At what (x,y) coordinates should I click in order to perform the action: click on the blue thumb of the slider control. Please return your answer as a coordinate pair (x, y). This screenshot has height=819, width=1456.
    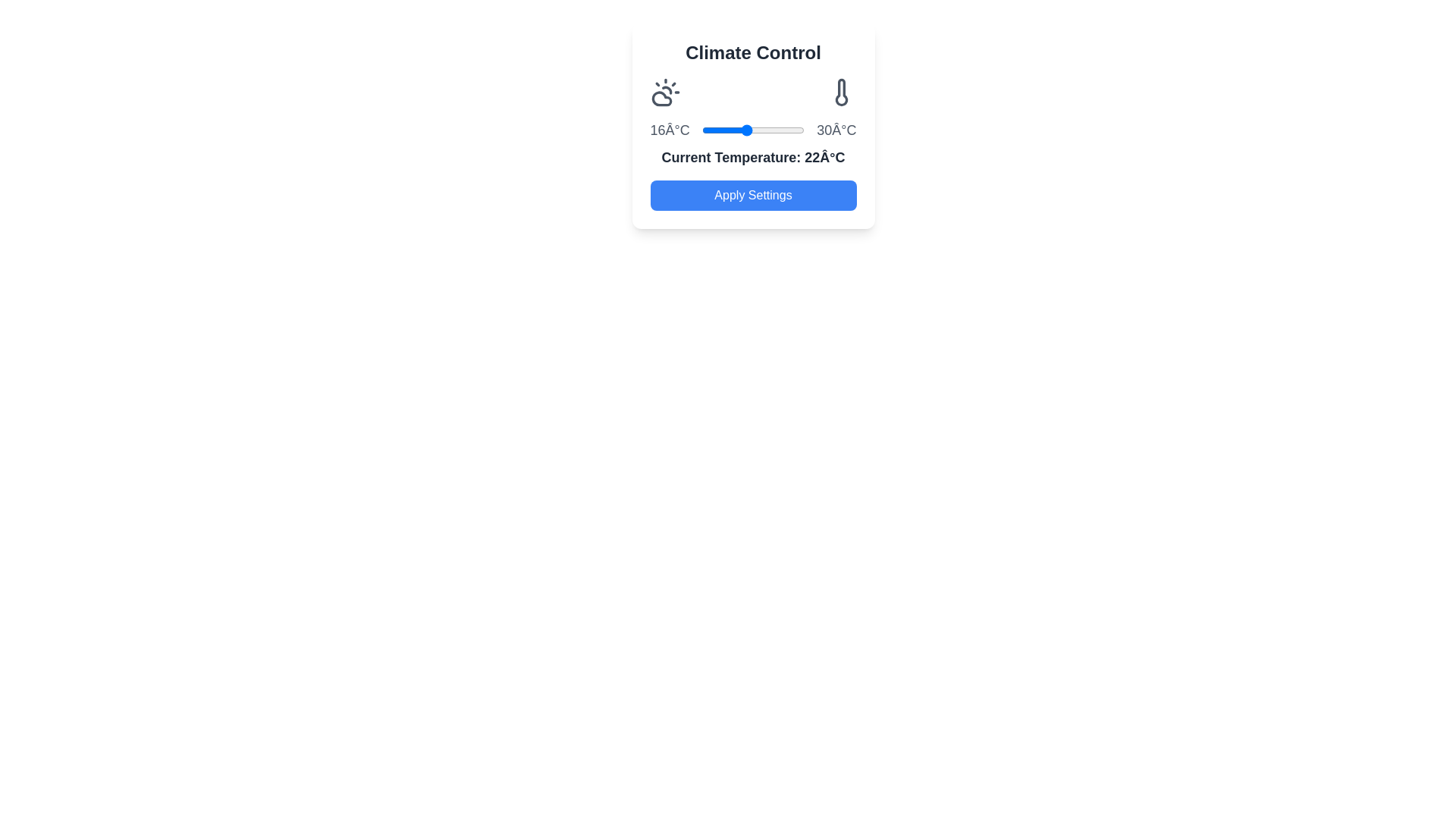
    Looking at the image, I should click on (753, 130).